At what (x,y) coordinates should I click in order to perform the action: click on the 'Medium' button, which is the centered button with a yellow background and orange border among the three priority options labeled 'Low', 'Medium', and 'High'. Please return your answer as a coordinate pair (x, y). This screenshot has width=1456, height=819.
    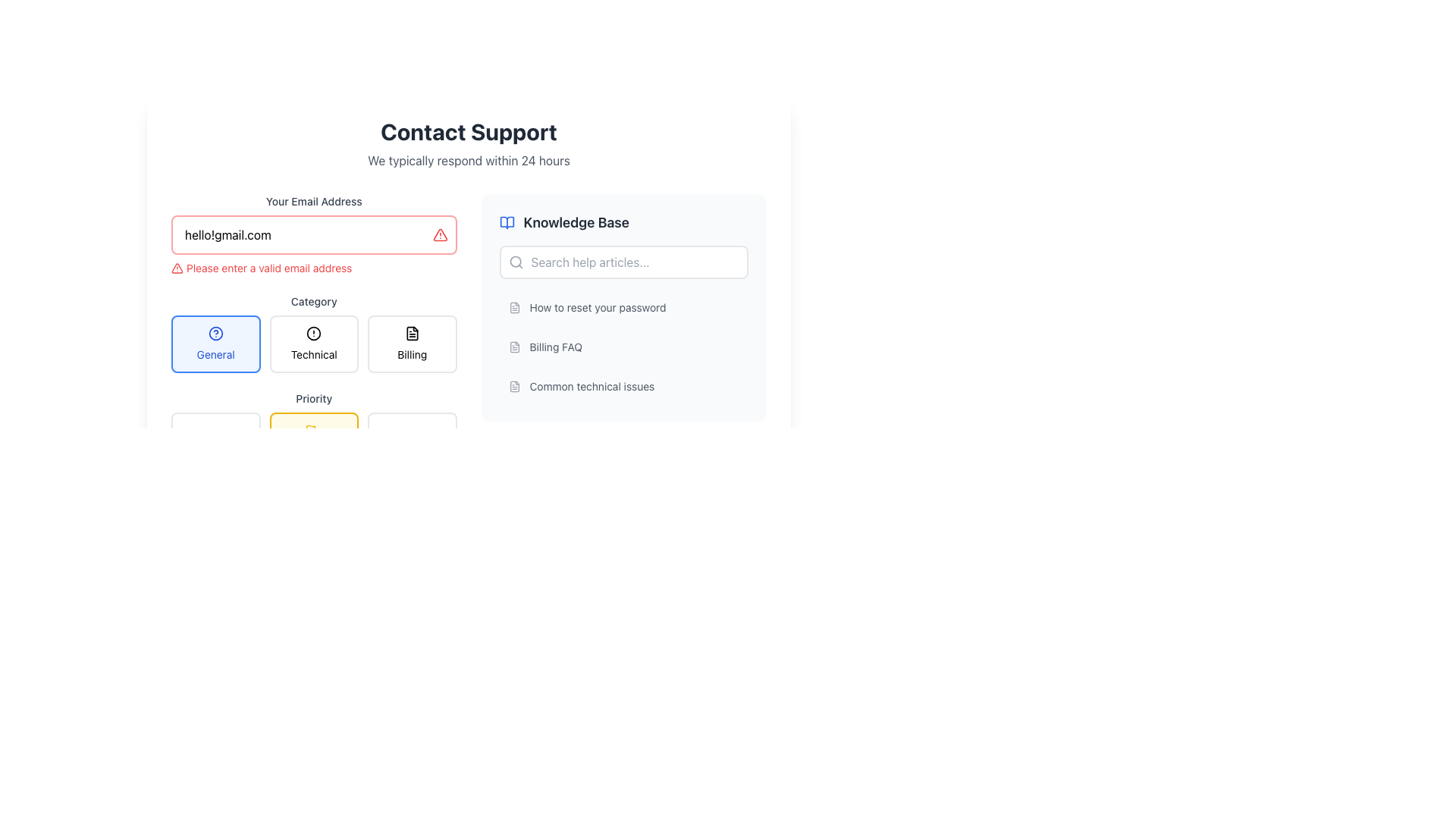
    Looking at the image, I should click on (313, 438).